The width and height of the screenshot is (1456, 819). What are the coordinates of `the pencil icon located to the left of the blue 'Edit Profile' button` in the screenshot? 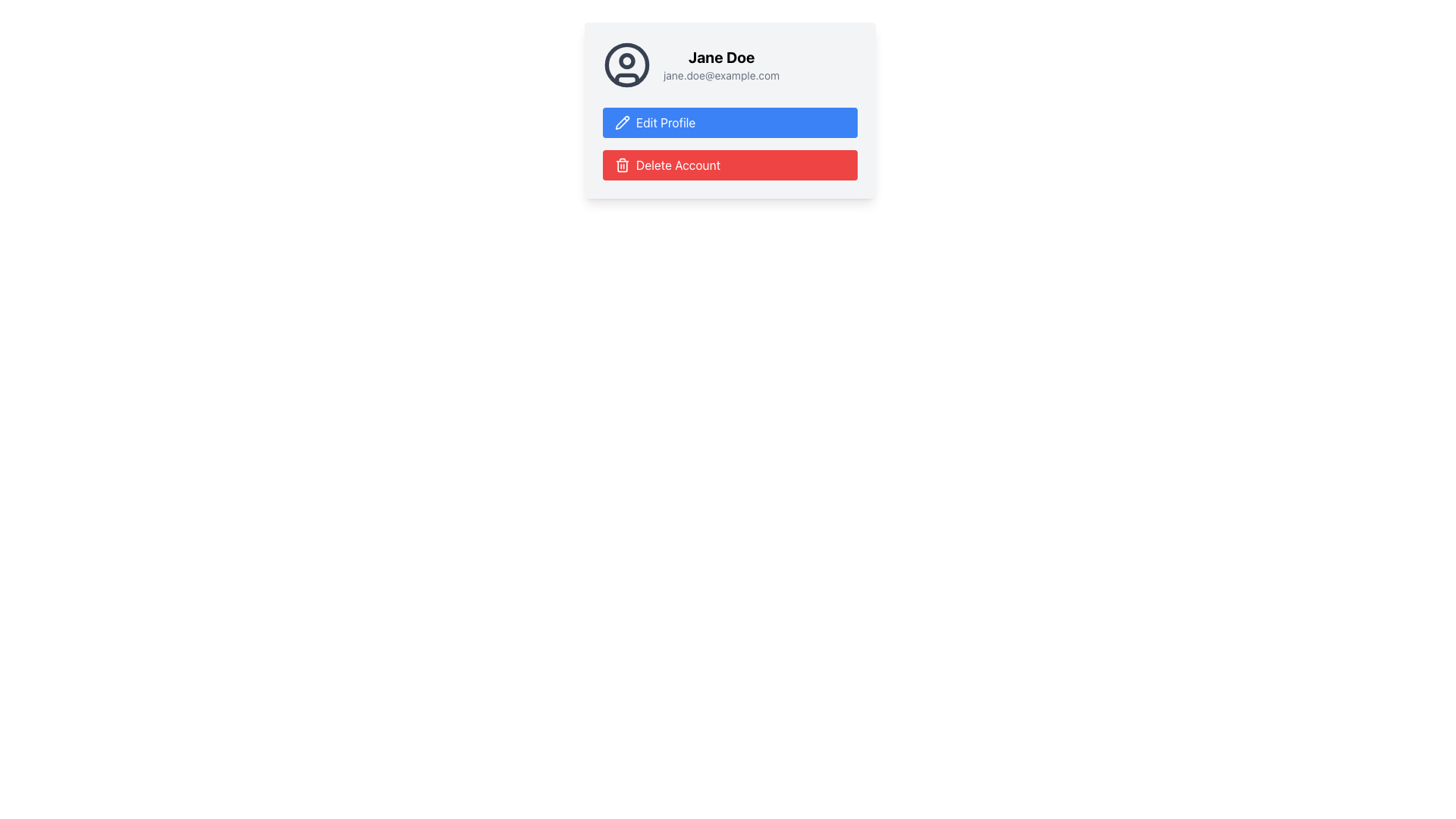 It's located at (622, 121).